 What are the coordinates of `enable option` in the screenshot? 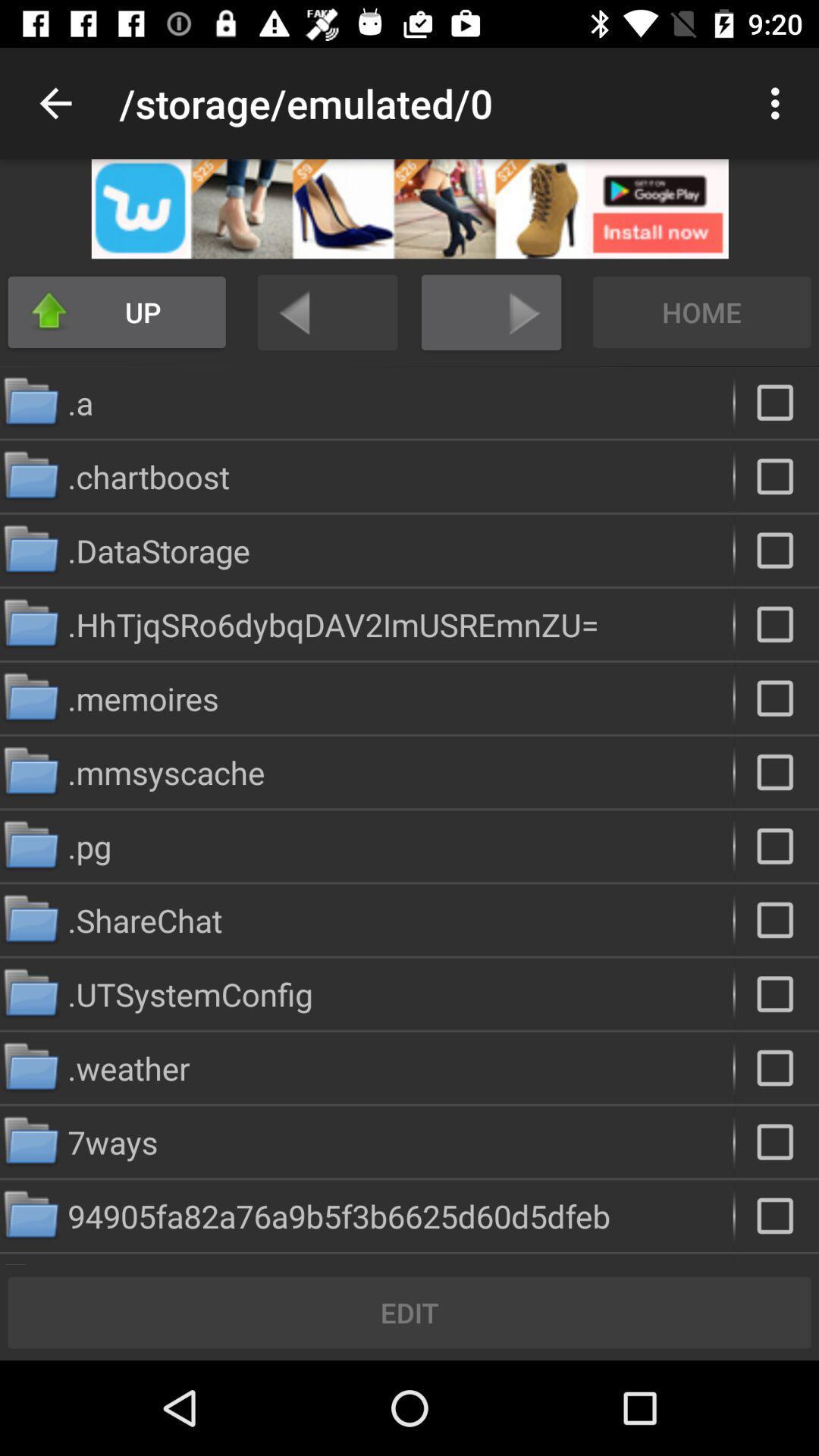 It's located at (777, 919).